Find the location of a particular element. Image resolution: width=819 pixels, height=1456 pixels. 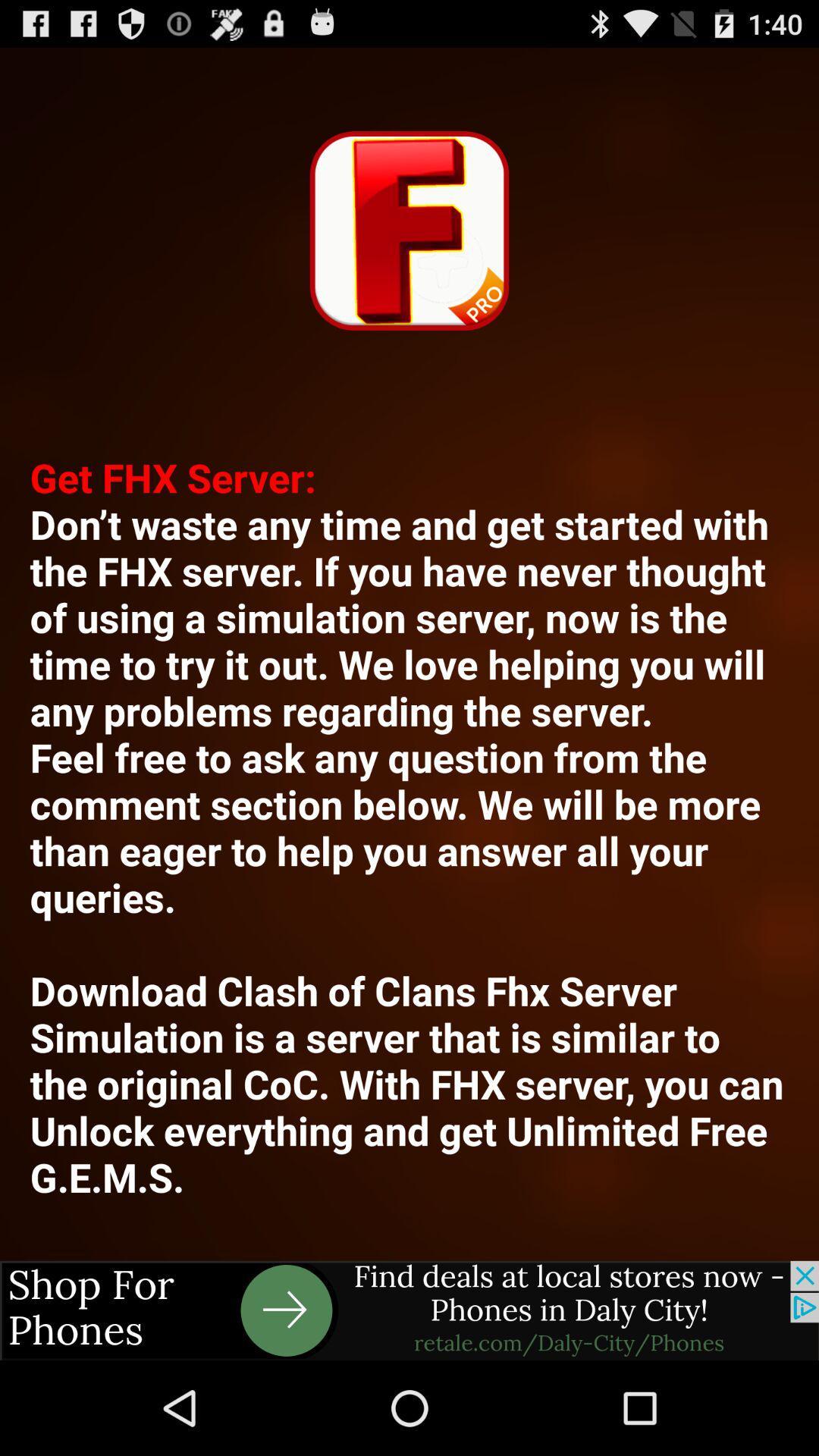

open advertisement is located at coordinates (409, 1310).